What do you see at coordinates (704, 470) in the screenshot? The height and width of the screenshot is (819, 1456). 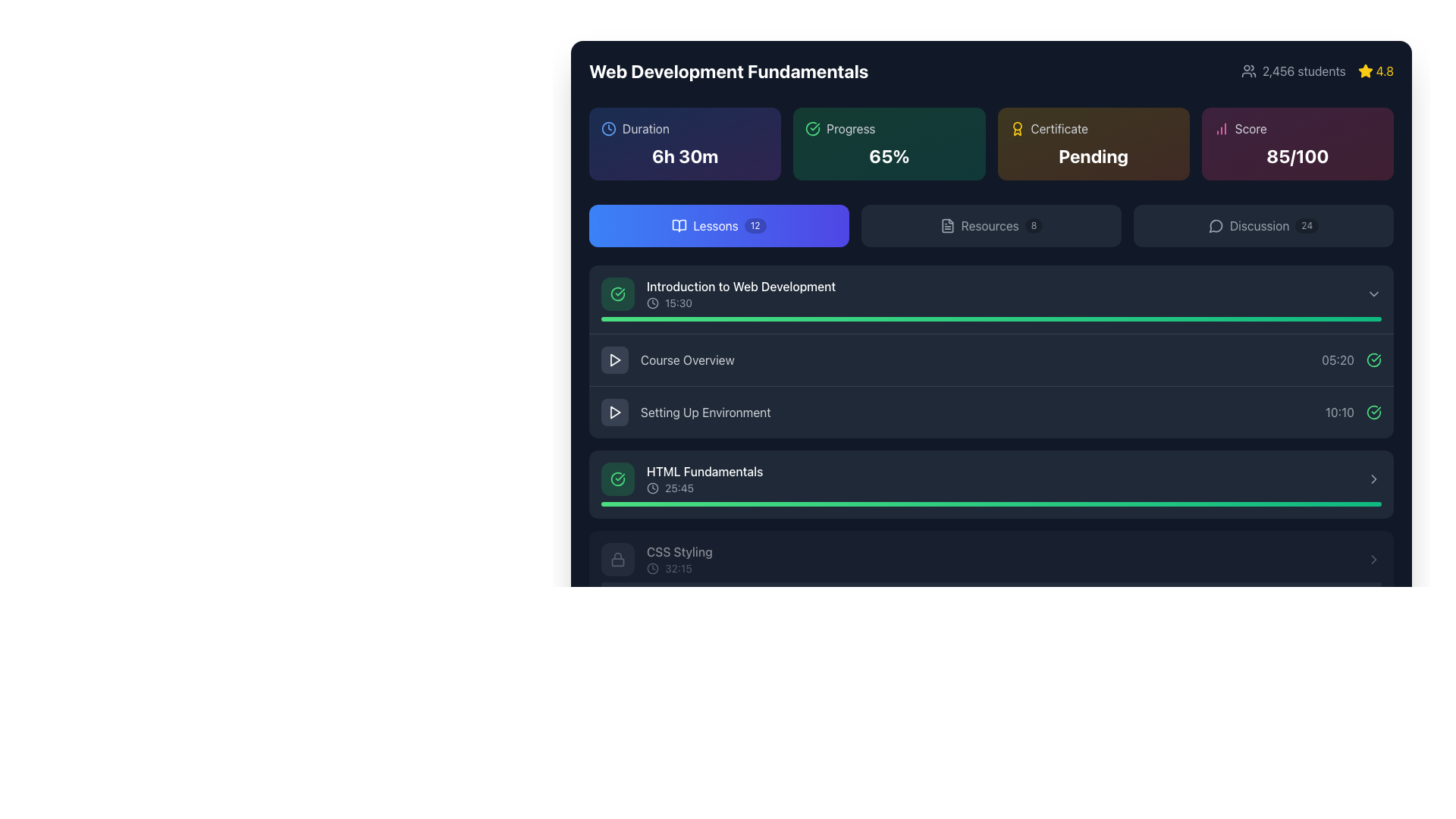 I see `the lesson title text label, which is the fourth item in the lesson list, positioned between 'Setting Up Environment' and 'CSS Styling'` at bounding box center [704, 470].